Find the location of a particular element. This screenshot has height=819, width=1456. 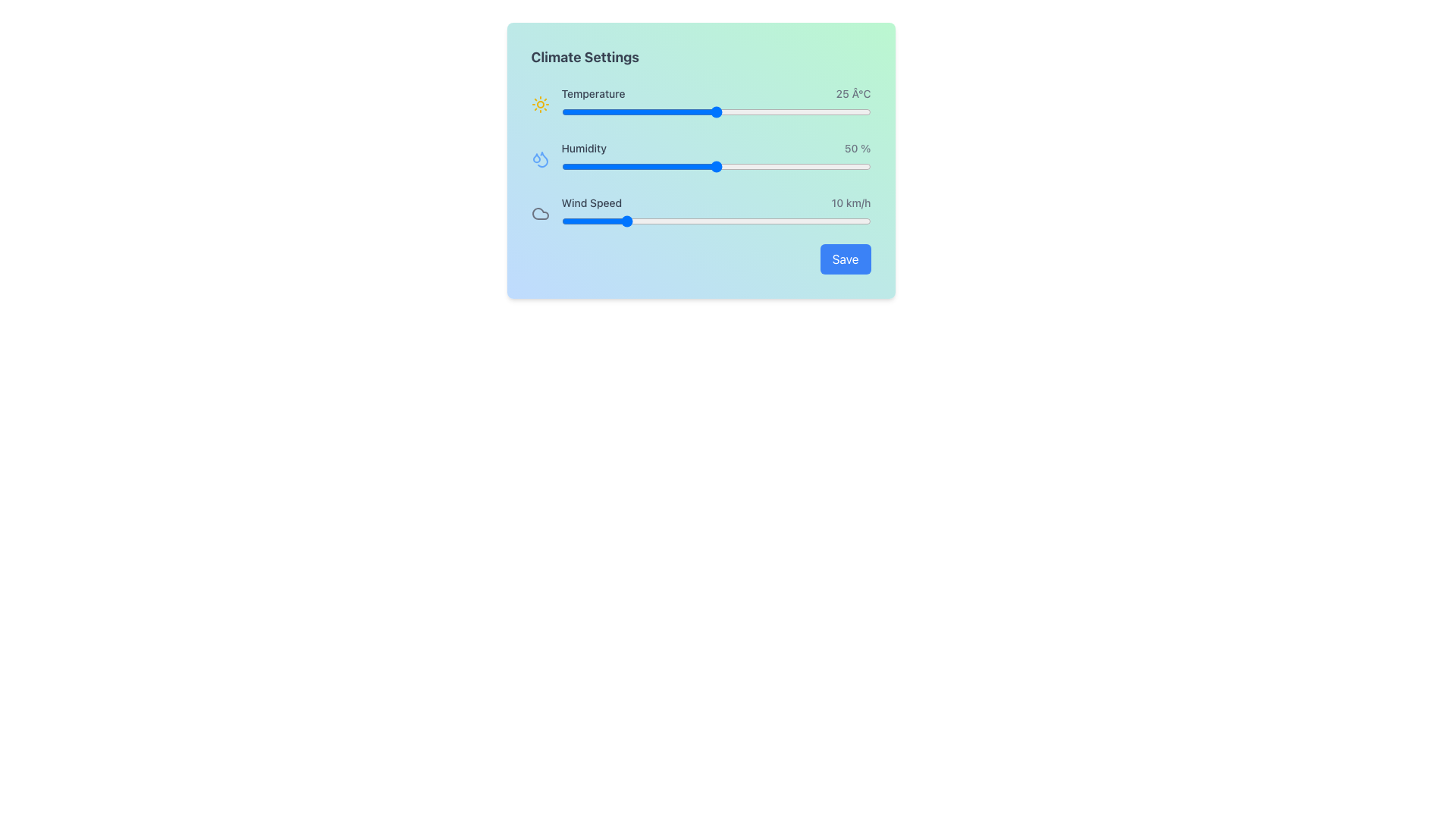

the graphical icon of water droplets that represents the 'Humidity' option in the climate settings interface, located to the left of the text 'Humidity' is located at coordinates (540, 158).